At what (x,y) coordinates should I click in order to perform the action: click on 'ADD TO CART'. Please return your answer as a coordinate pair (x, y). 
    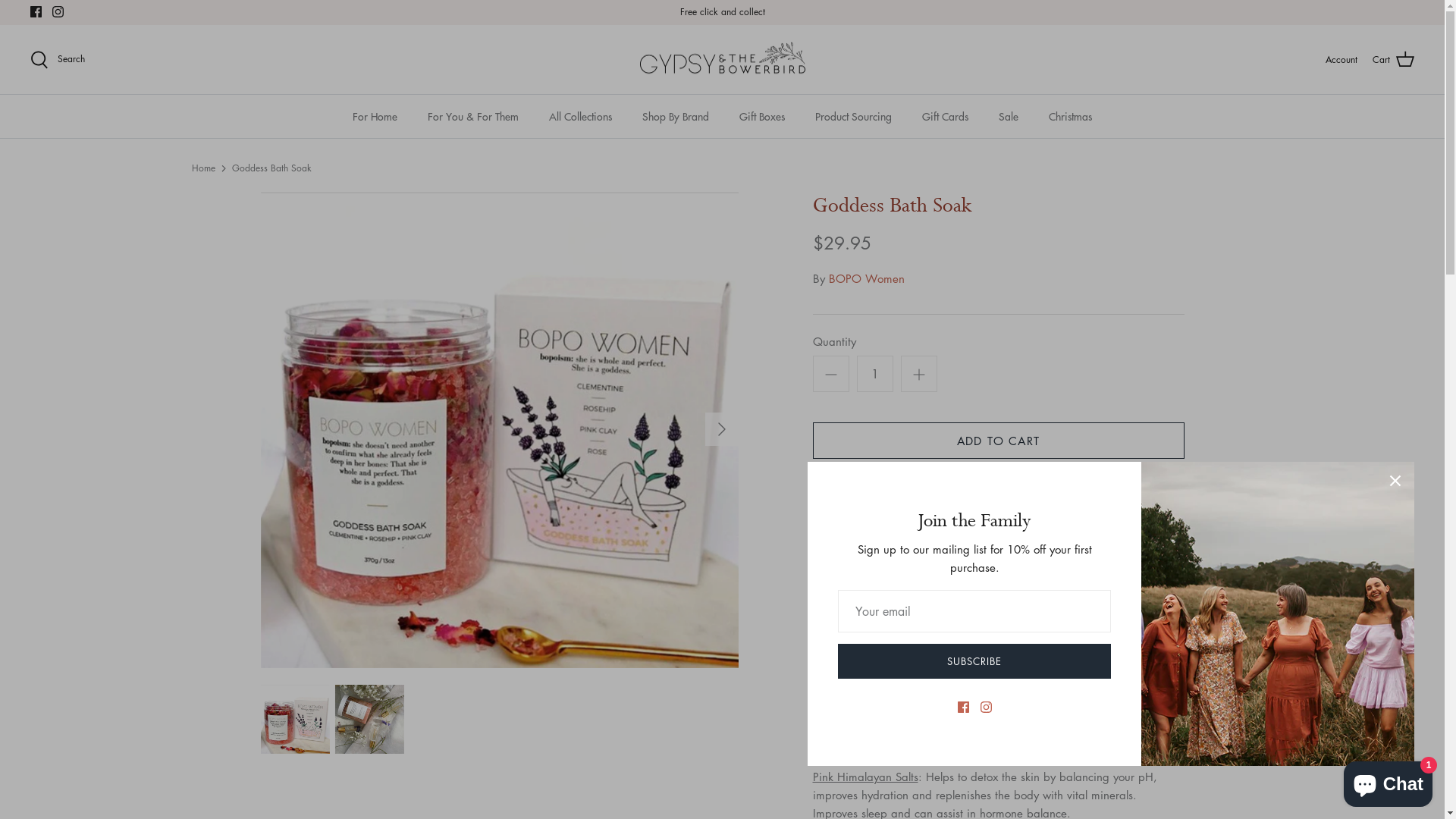
    Looking at the image, I should click on (998, 441).